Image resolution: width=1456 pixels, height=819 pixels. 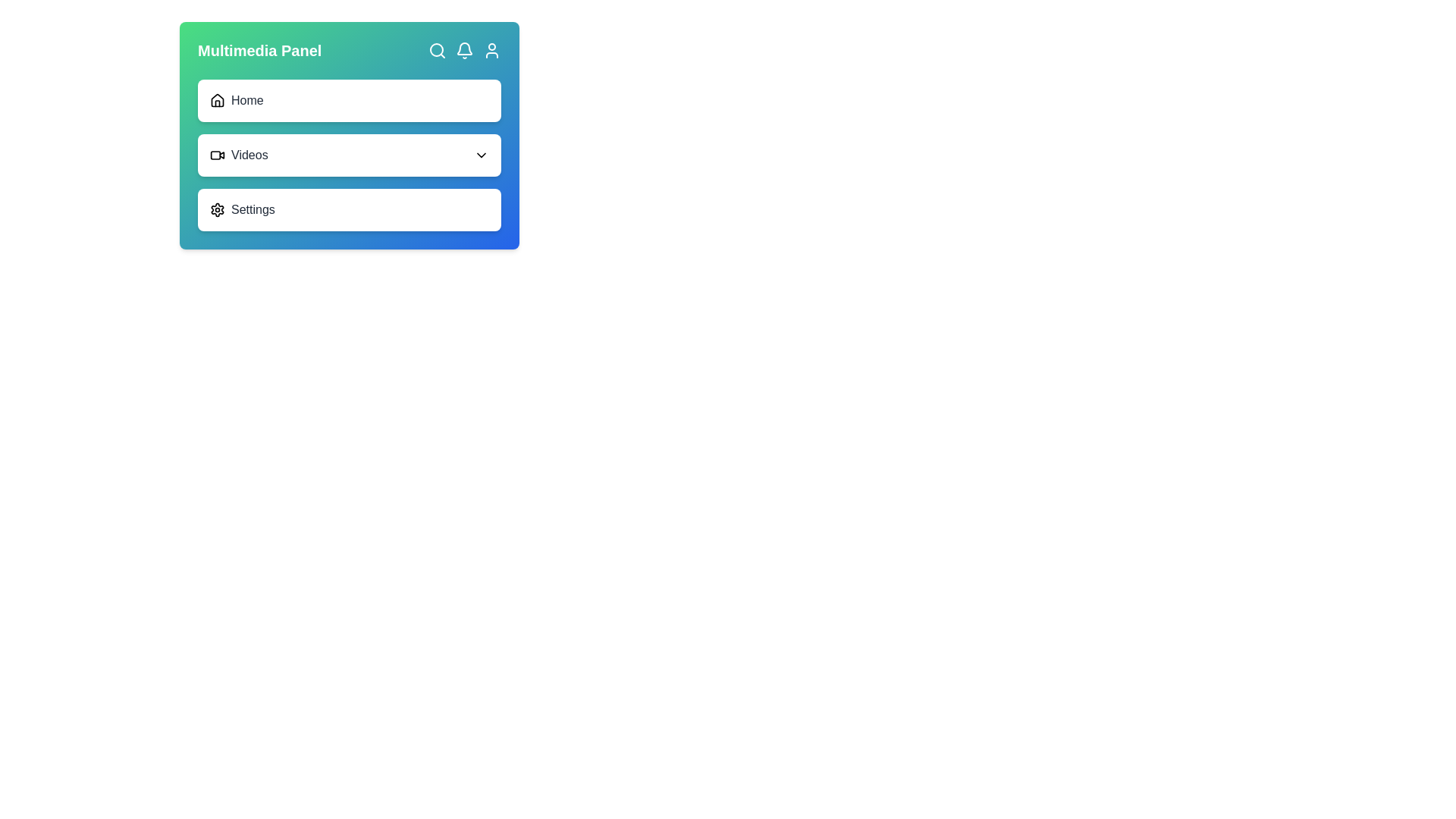 I want to click on the Navigation link with the gear icon and 'Settings' label in the navigation menu, so click(x=241, y=210).